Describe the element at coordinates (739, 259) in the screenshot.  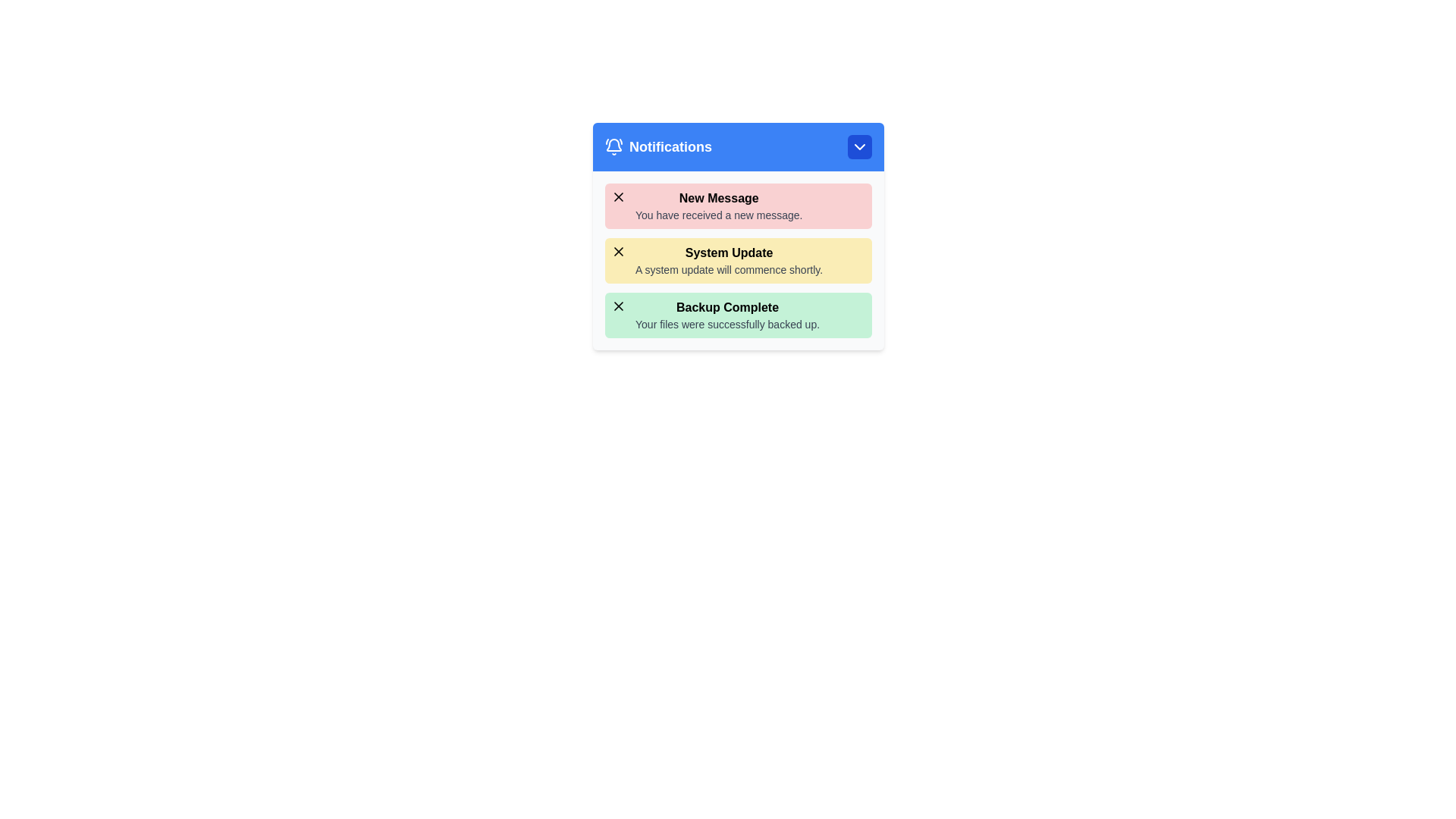
I see `notification text from the middle notification box in the notifications panel which alerts the user about a system update` at that location.